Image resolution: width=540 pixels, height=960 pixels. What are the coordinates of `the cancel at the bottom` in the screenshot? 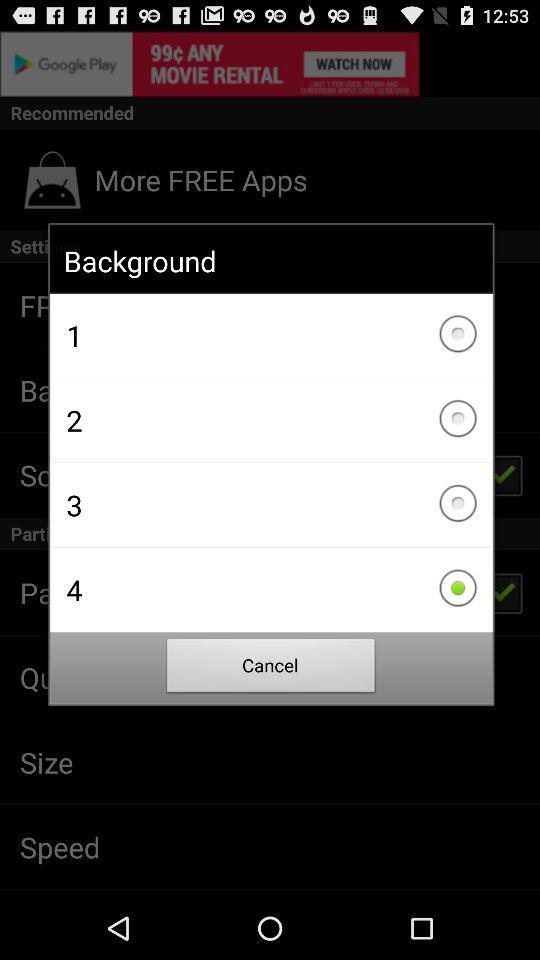 It's located at (270, 668).